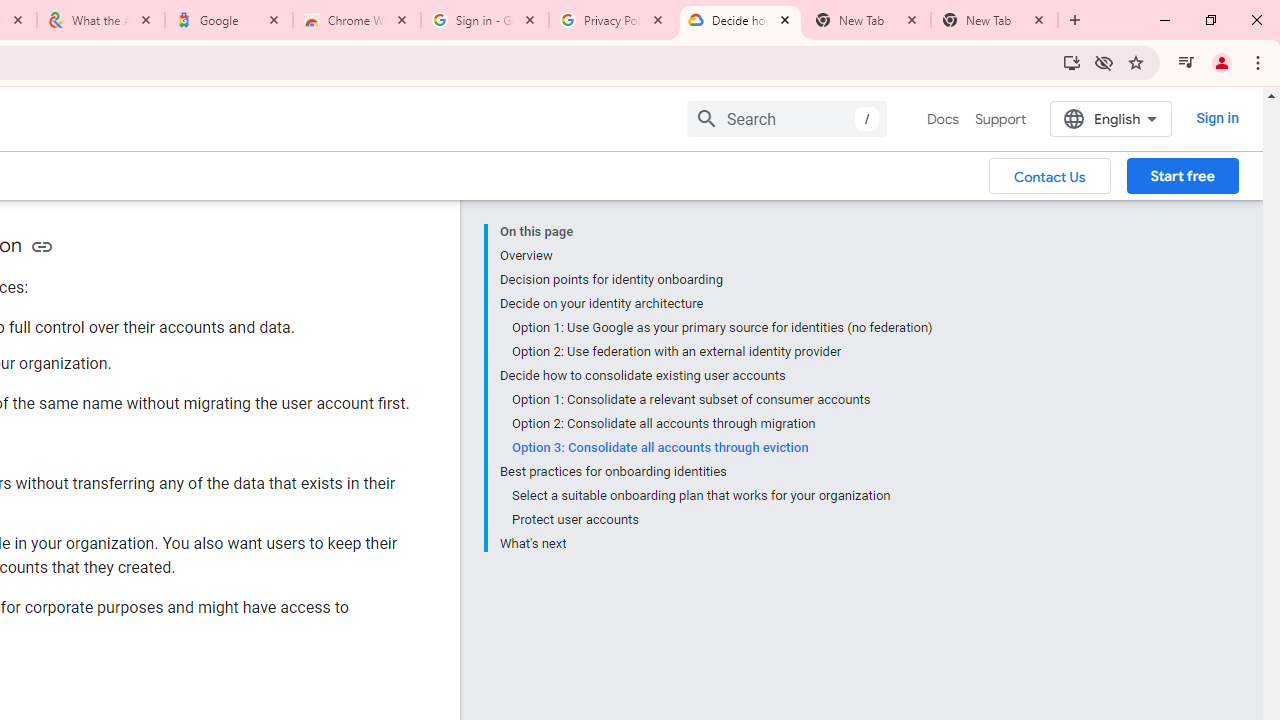 The width and height of the screenshot is (1280, 720). What do you see at coordinates (1071, 61) in the screenshot?
I see `'Install Google Cloud'` at bounding box center [1071, 61].